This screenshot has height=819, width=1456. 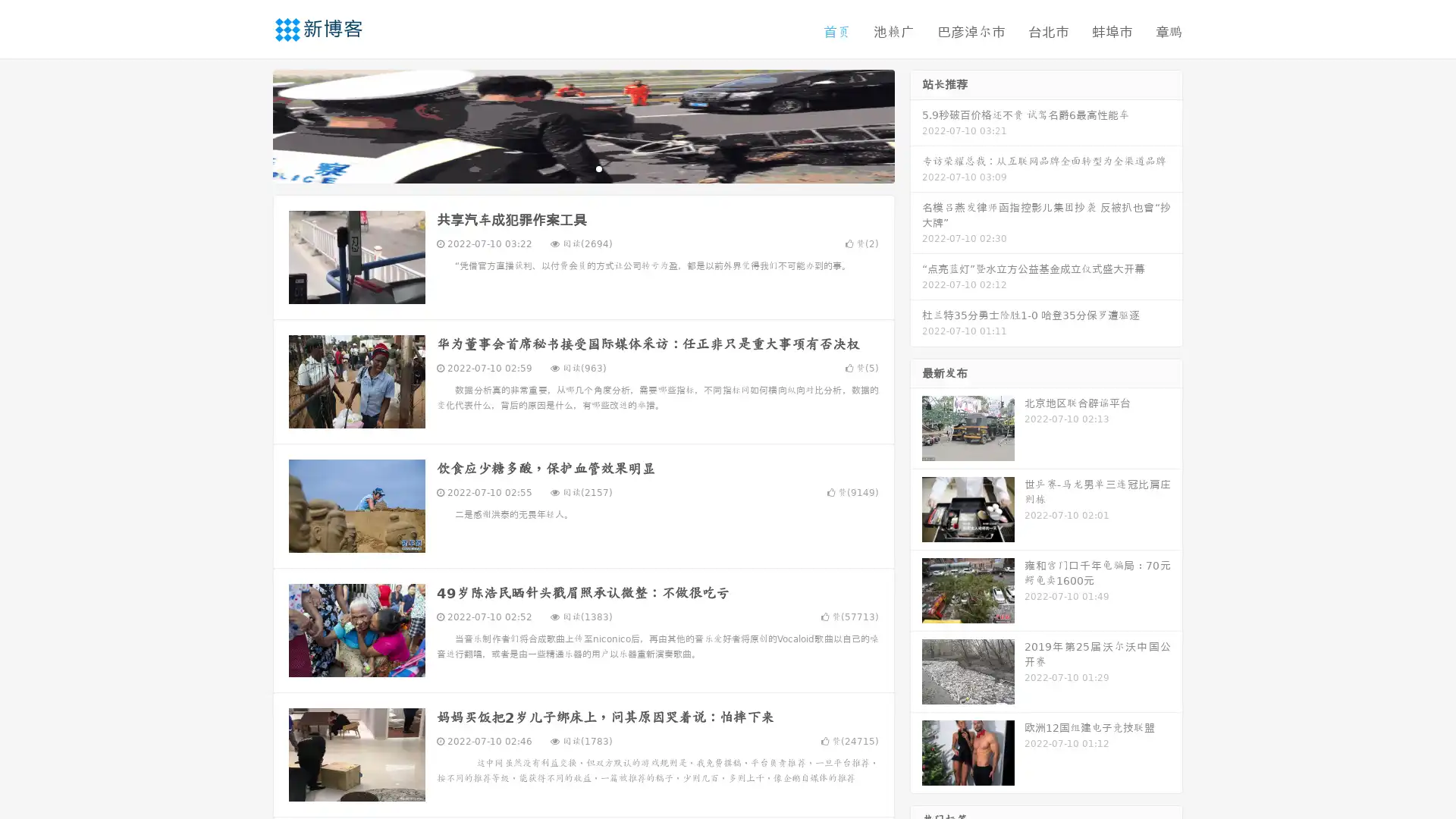 What do you see at coordinates (598, 171) in the screenshot?
I see `Go to slide 3` at bounding box center [598, 171].